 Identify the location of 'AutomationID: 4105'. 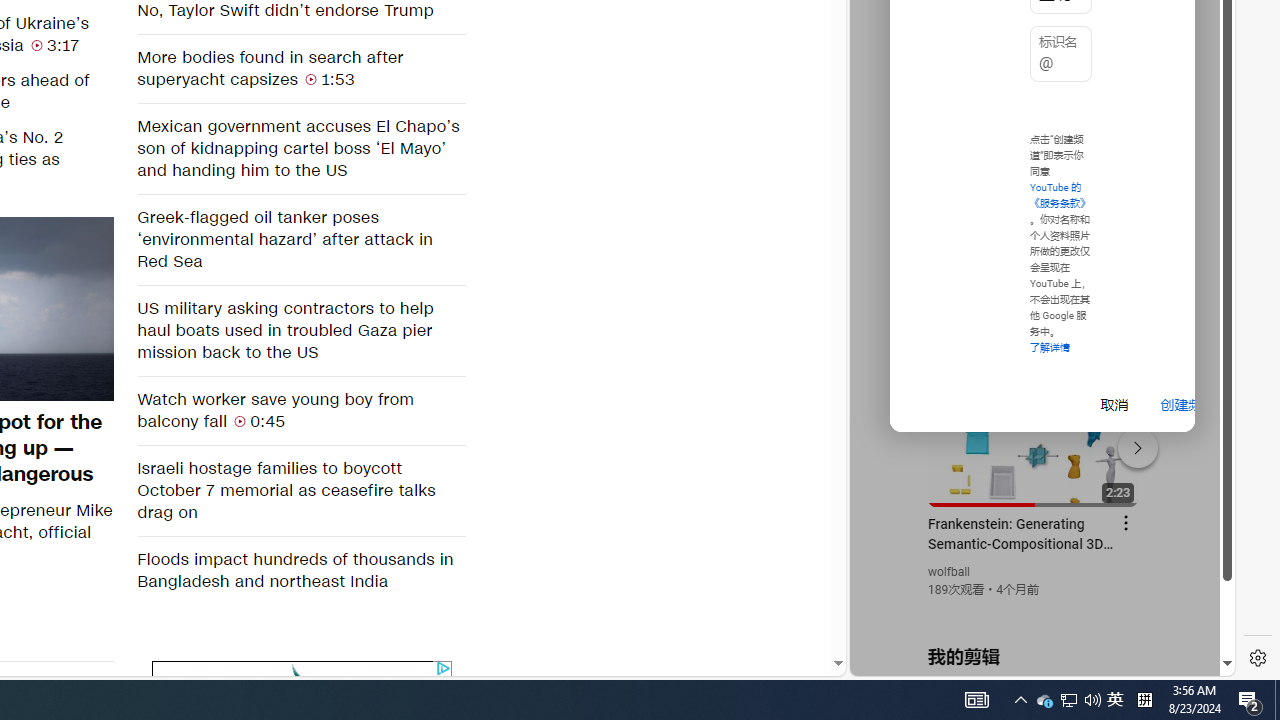
(977, 698).